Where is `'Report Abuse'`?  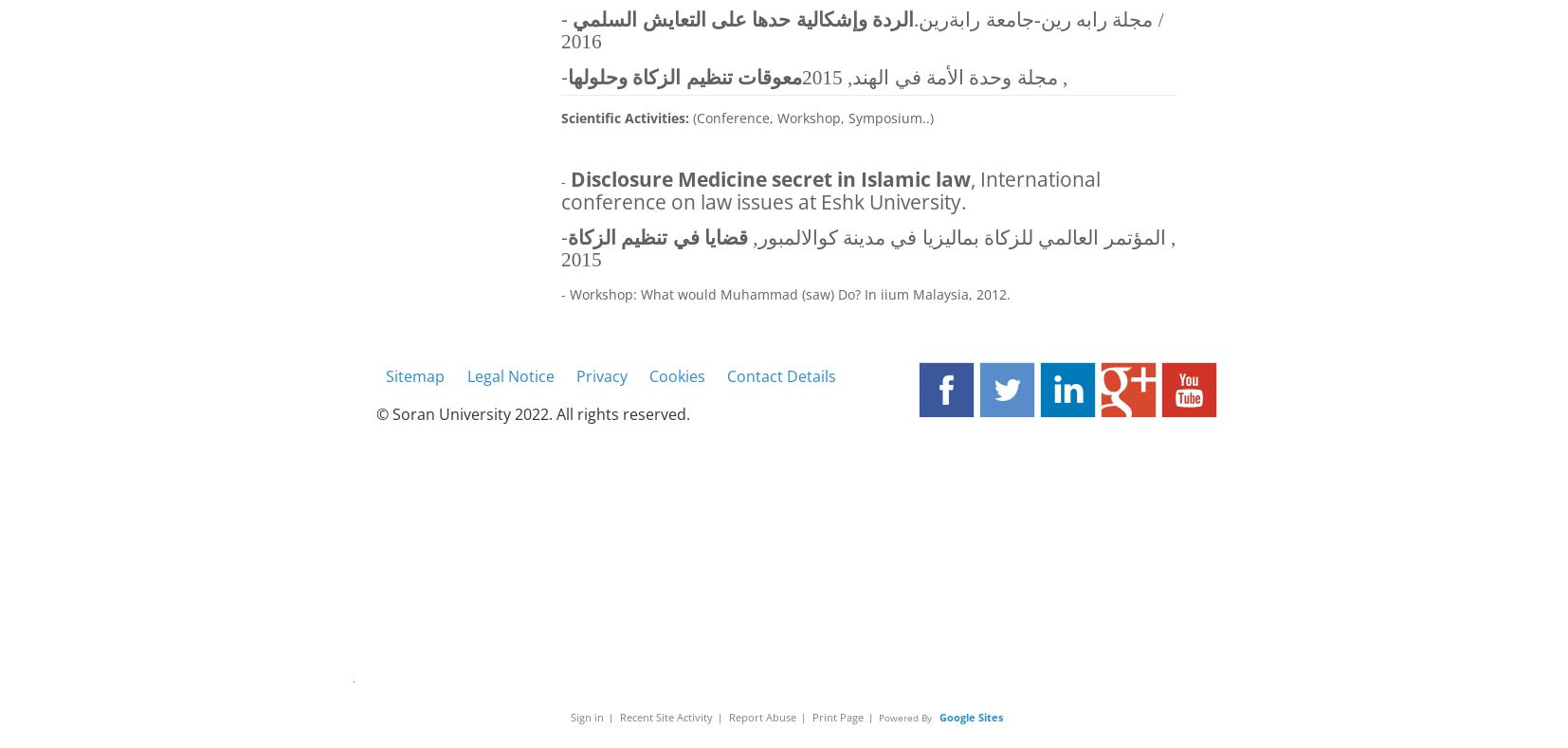
'Report Abuse' is located at coordinates (761, 716).